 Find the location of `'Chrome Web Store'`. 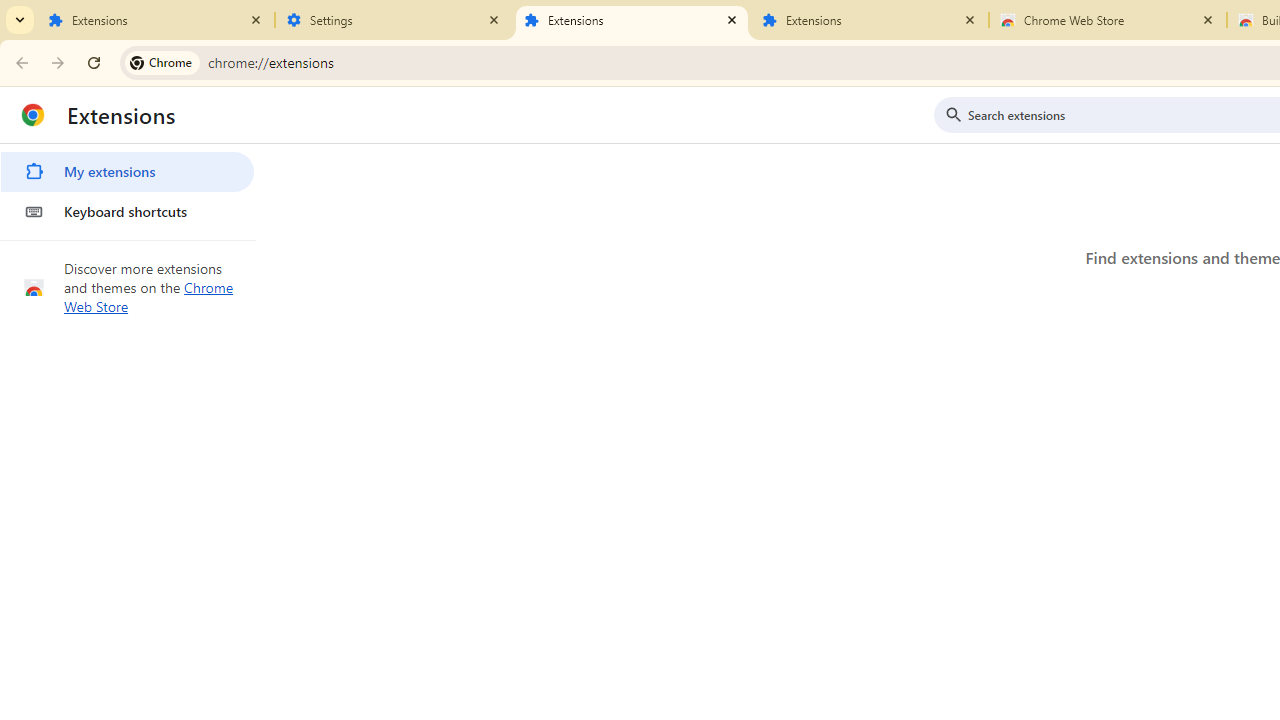

'Chrome Web Store' is located at coordinates (1107, 20).